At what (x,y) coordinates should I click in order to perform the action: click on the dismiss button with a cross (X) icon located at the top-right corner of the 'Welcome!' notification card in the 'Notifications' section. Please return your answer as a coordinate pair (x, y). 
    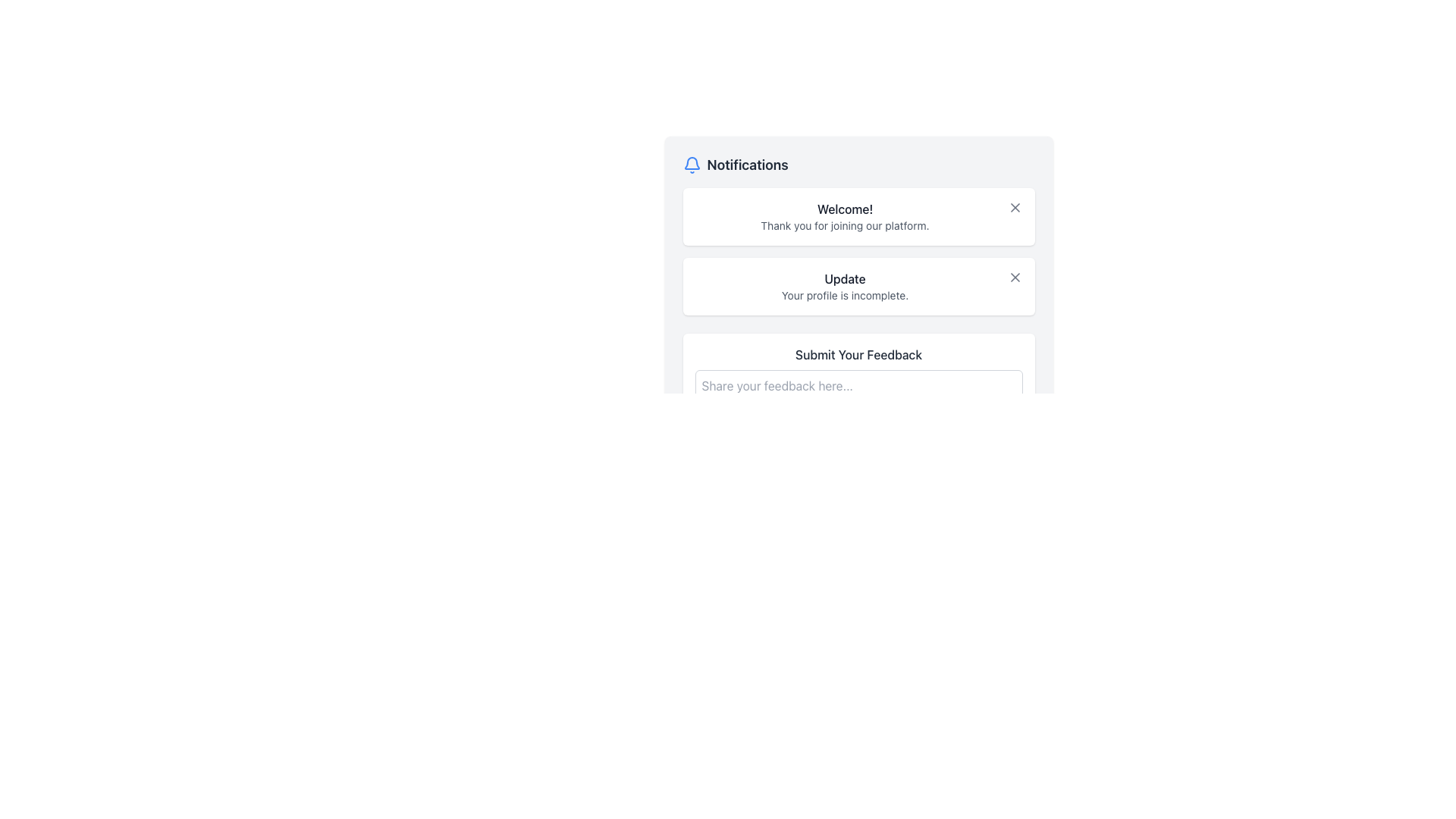
    Looking at the image, I should click on (1015, 207).